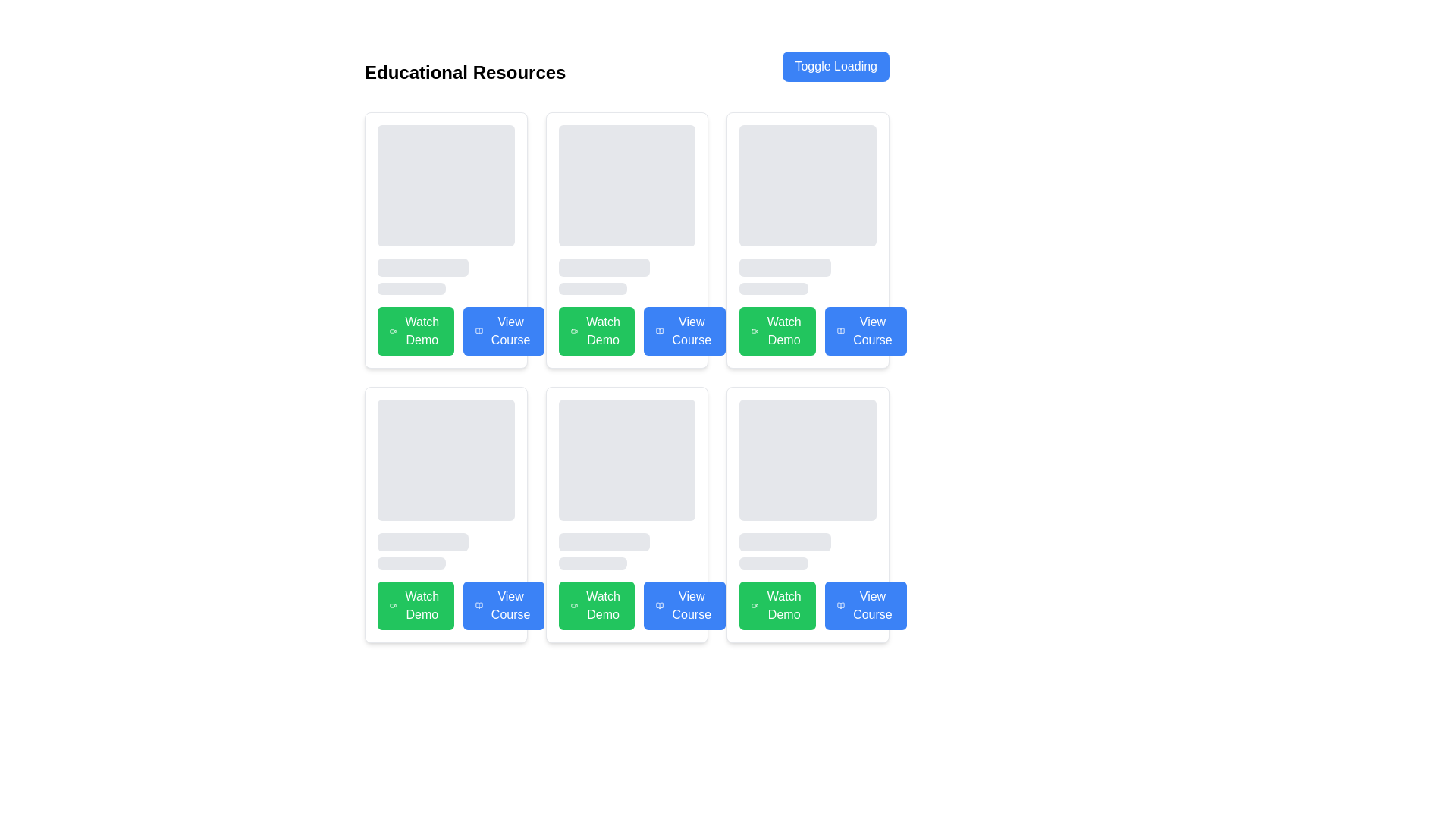  What do you see at coordinates (596, 330) in the screenshot?
I see `the green 'Watch Demo' button with a video icon` at bounding box center [596, 330].